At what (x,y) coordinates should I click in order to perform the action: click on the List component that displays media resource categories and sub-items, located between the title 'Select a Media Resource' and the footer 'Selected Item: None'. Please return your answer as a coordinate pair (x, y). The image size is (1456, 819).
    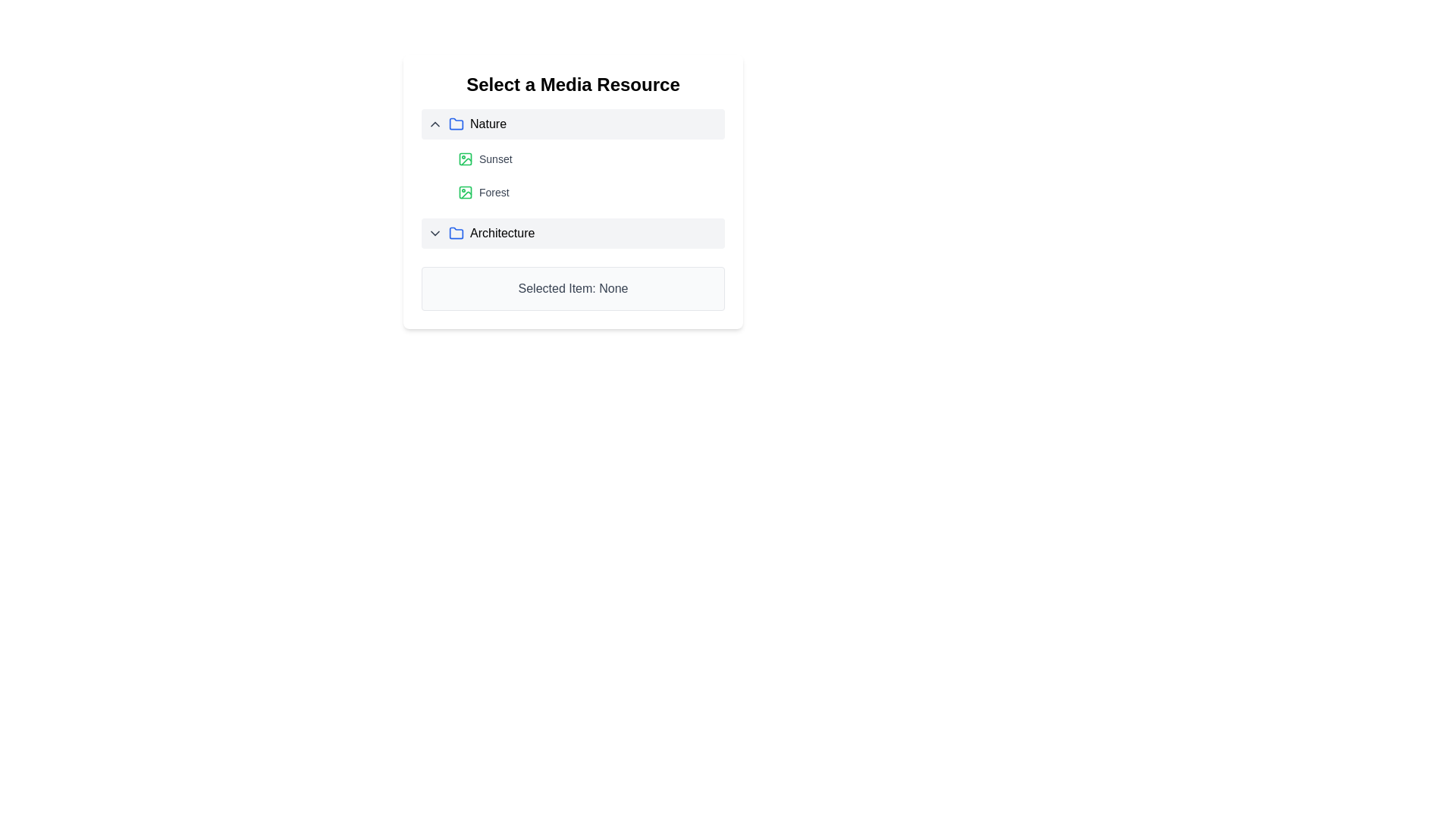
    Looking at the image, I should click on (572, 177).